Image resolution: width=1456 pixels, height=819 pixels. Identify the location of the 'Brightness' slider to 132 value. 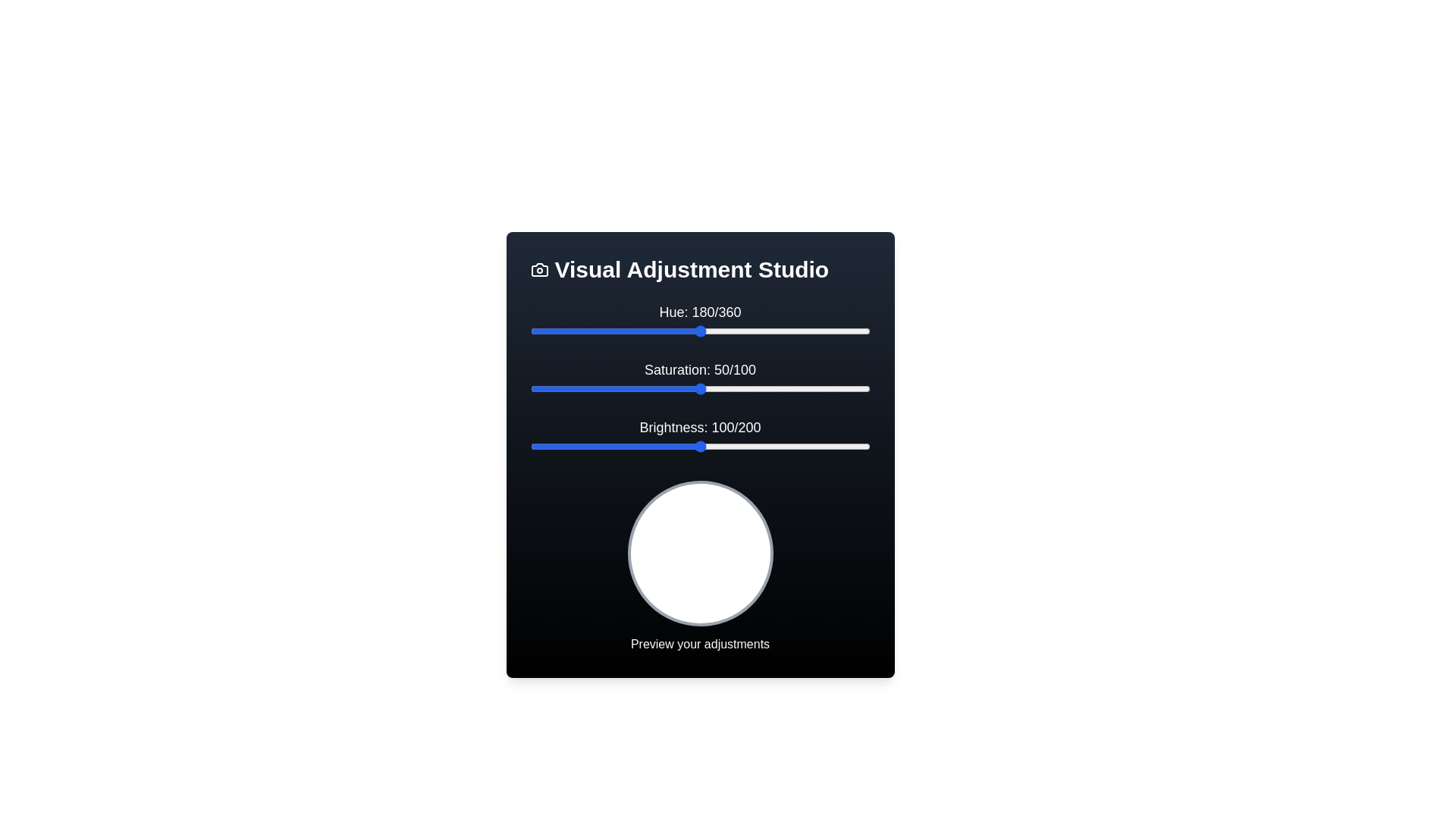
(755, 446).